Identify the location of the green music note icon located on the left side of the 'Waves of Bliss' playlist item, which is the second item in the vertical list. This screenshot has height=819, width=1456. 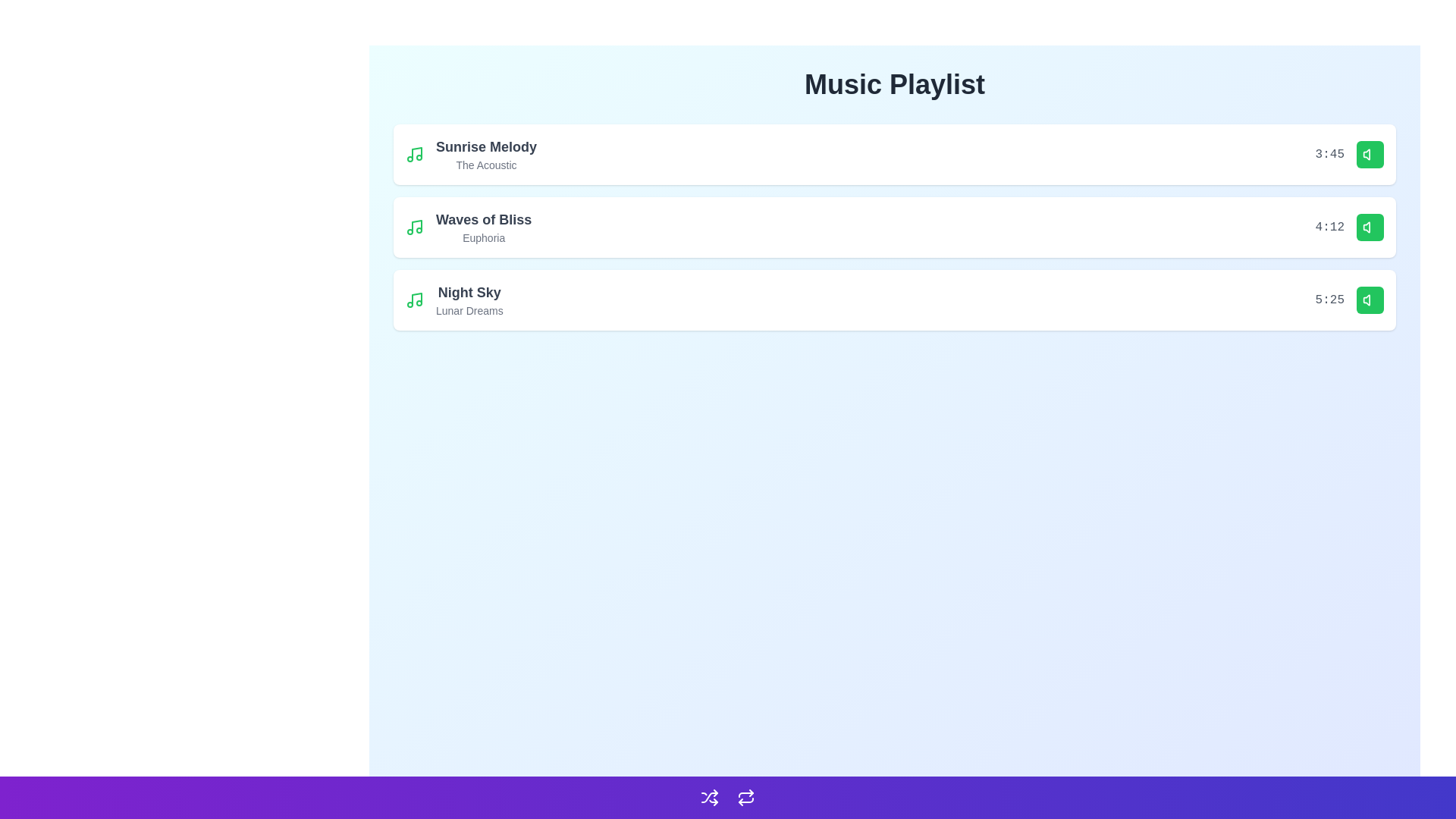
(415, 227).